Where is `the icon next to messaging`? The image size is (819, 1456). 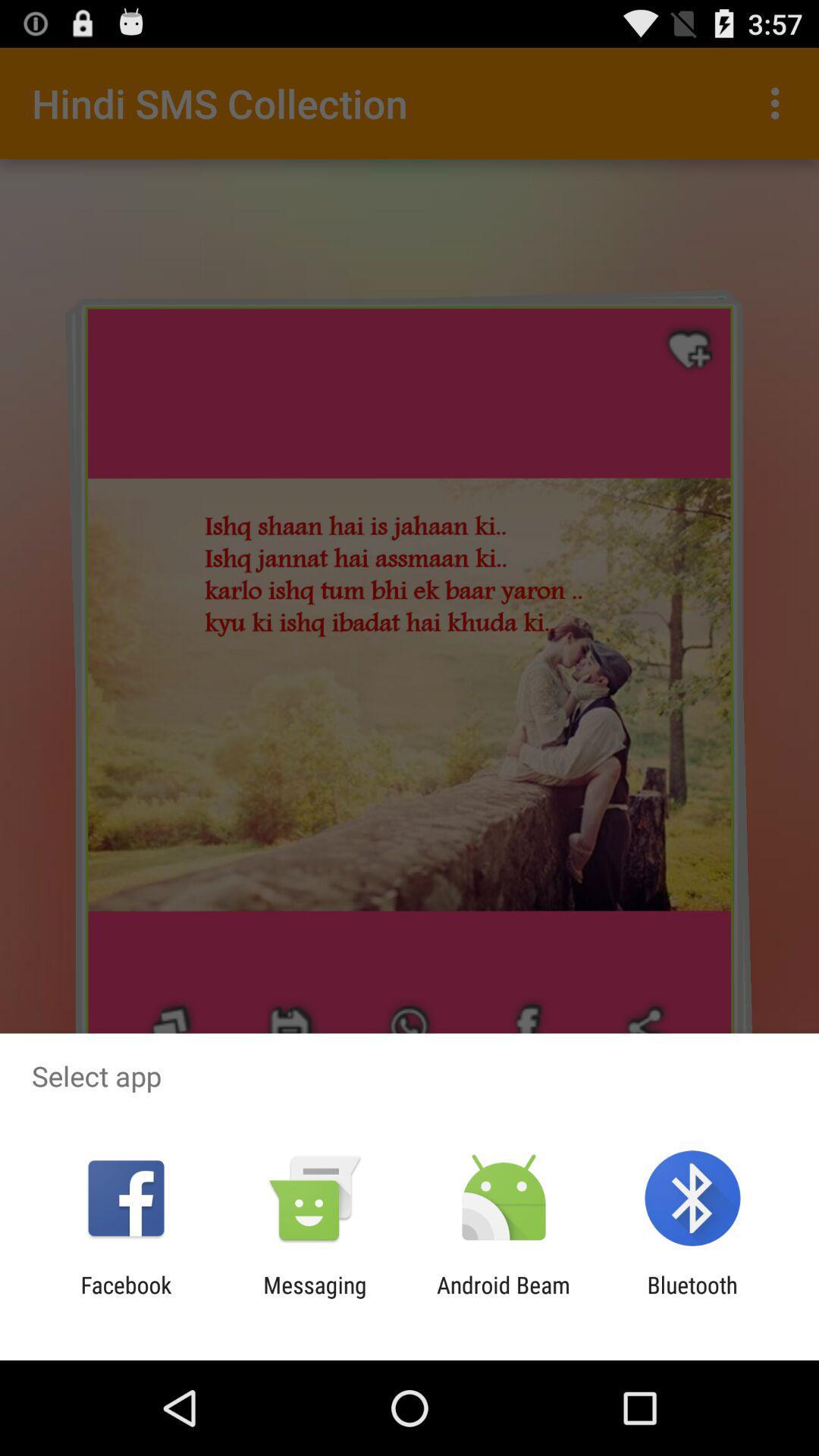 the icon next to messaging is located at coordinates (125, 1298).